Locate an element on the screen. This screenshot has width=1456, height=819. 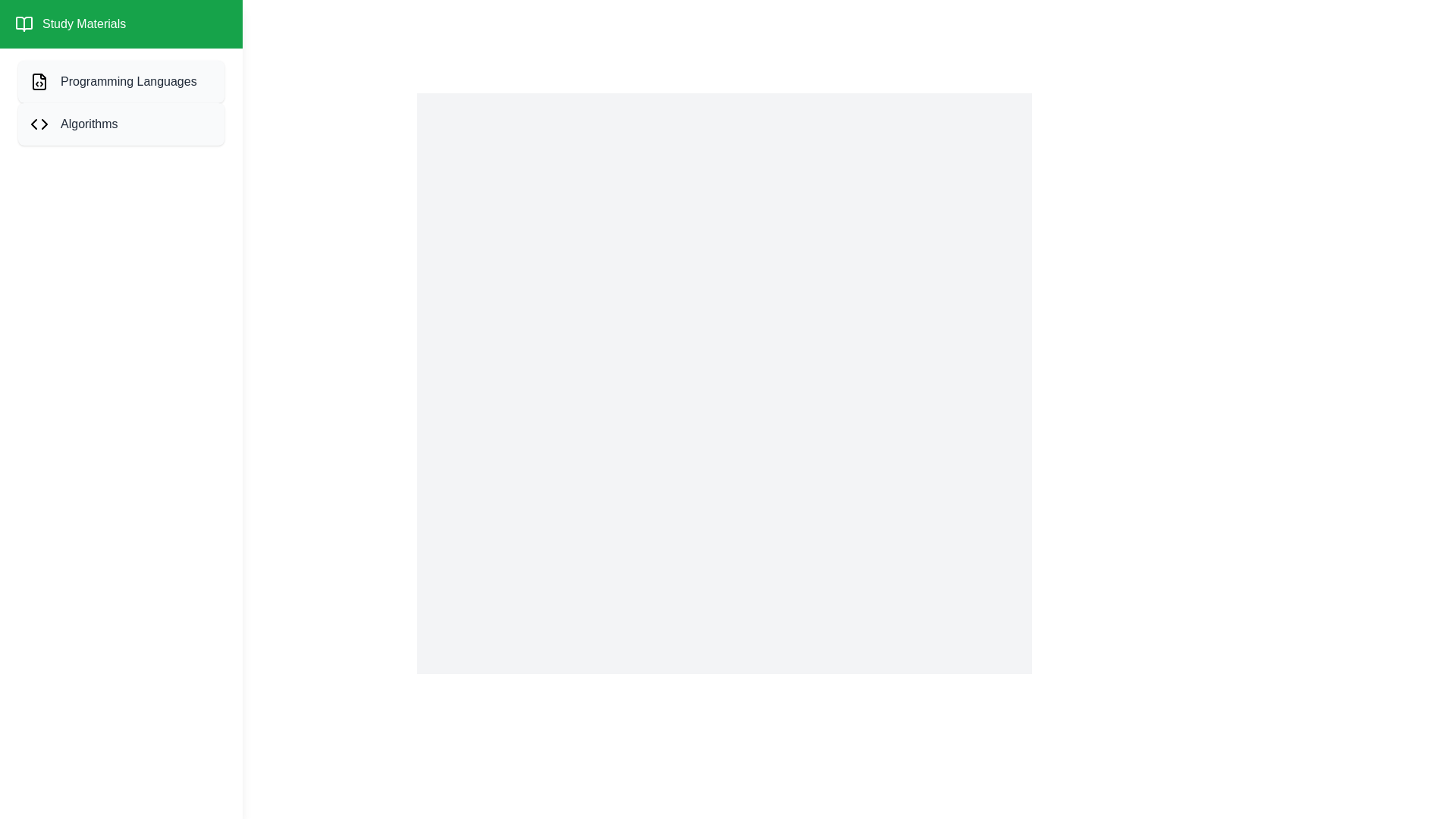
toggle button to change the drawer's visibility is located at coordinates (30, 30).